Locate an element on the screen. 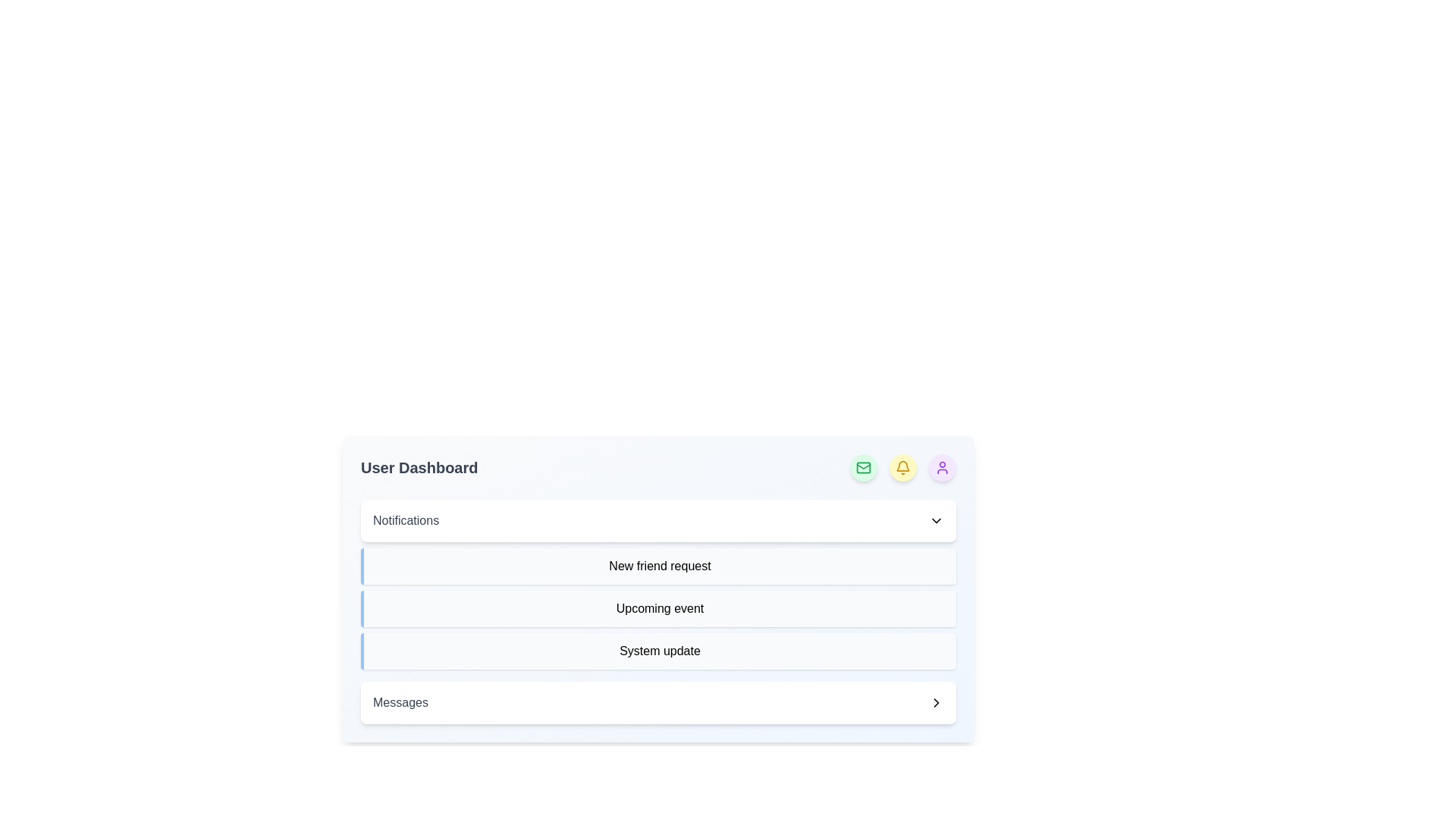 Image resolution: width=1456 pixels, height=819 pixels. notification text from the static text block located in the Notifications section of the User Dashboard, which is the second item in the list between 'New friend request' and 'System update' is located at coordinates (658, 607).